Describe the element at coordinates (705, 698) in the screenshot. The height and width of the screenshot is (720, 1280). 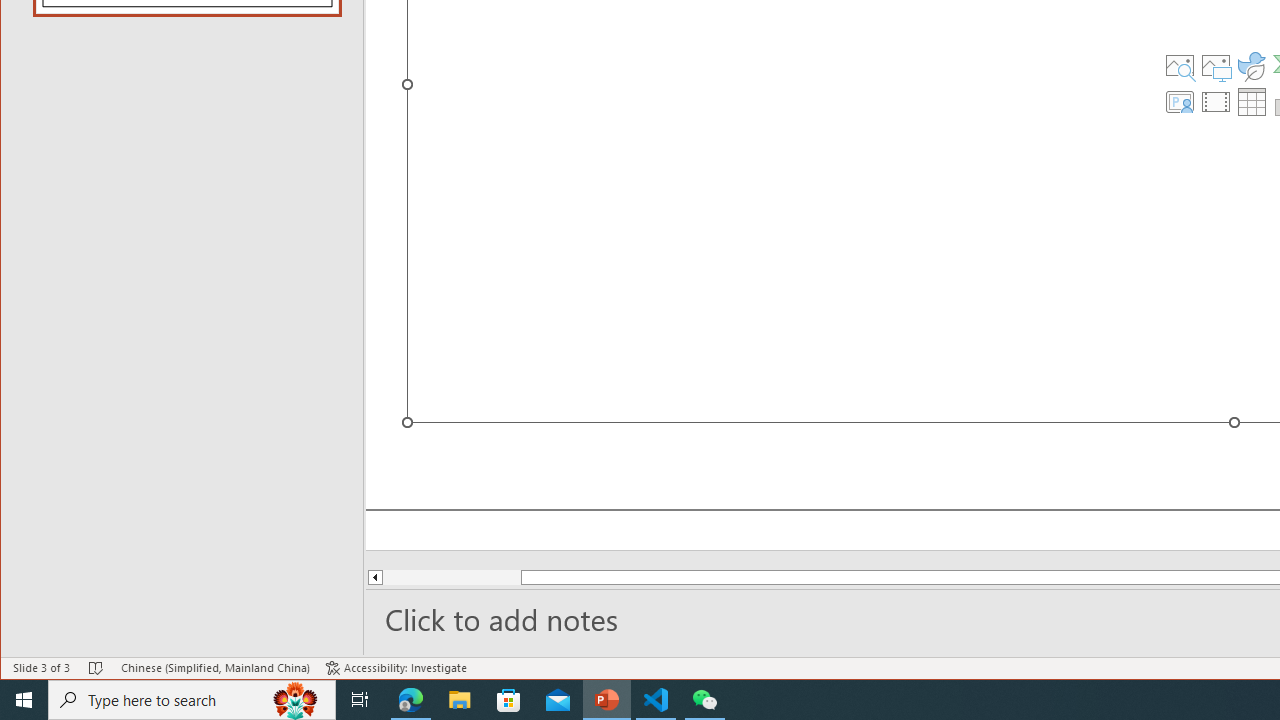
I see `'WeChat - 1 running window'` at that location.